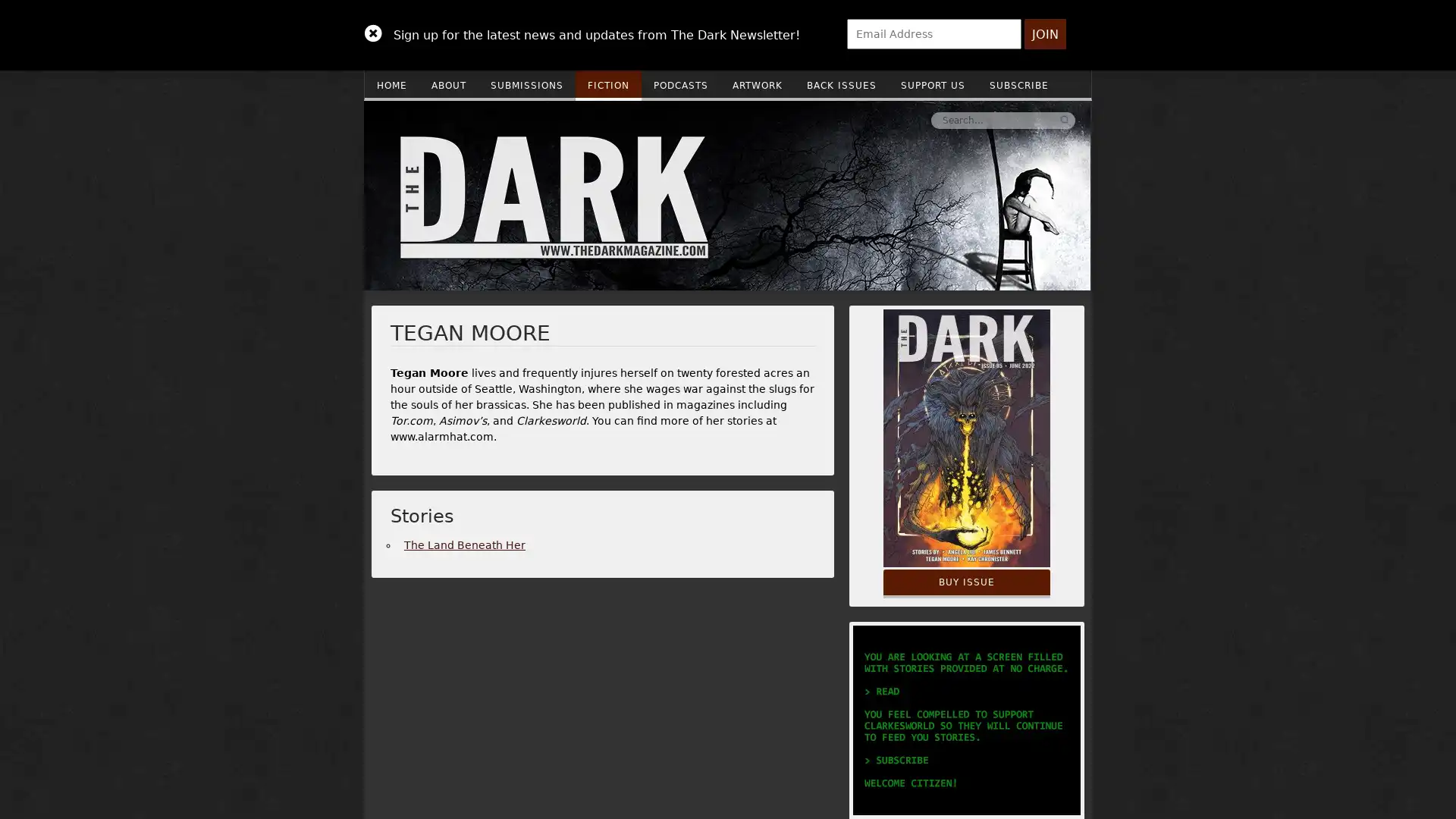 The height and width of the screenshot is (819, 1456). What do you see at coordinates (1044, 34) in the screenshot?
I see `Join` at bounding box center [1044, 34].